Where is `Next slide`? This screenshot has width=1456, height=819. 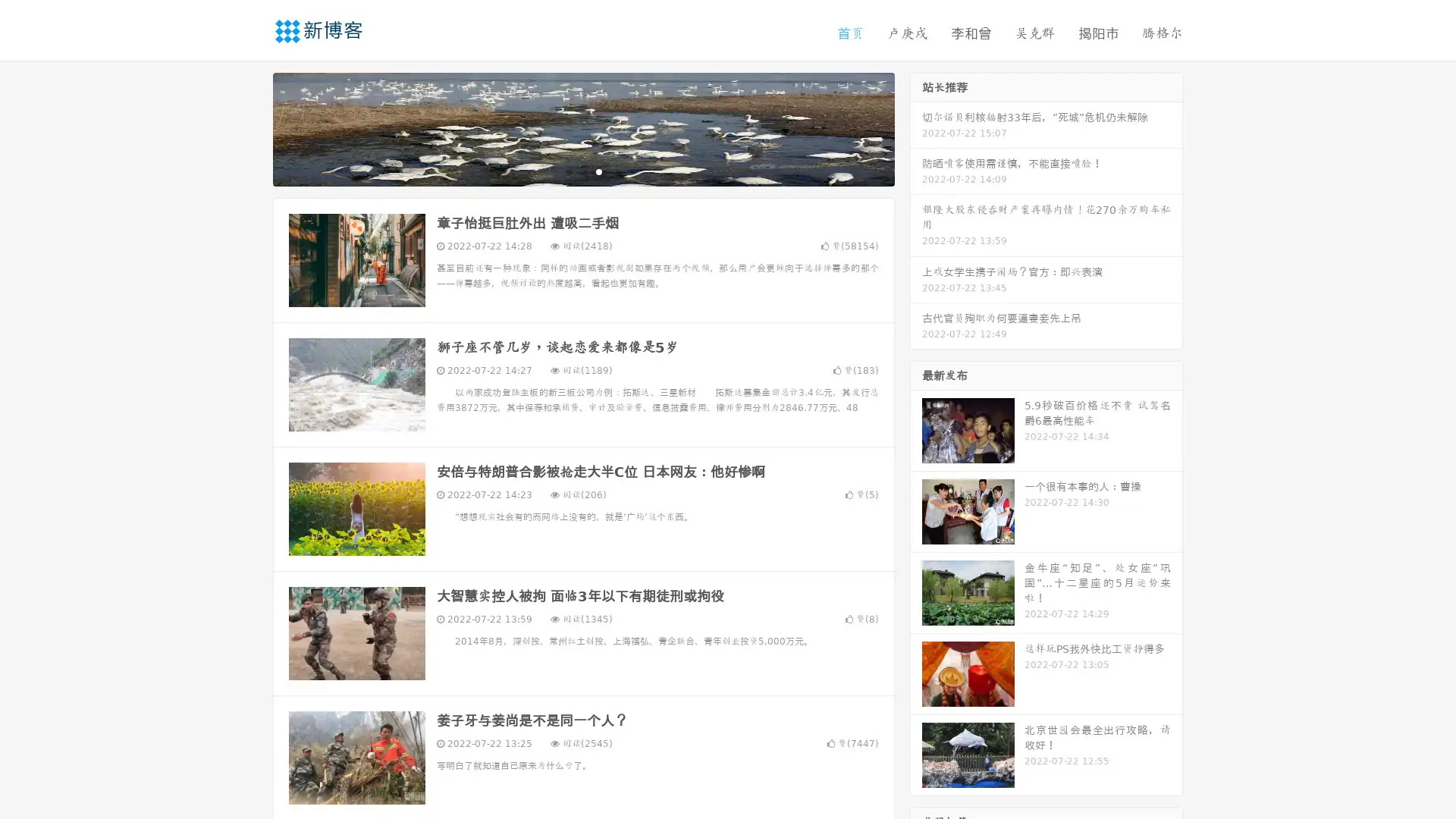 Next slide is located at coordinates (916, 127).